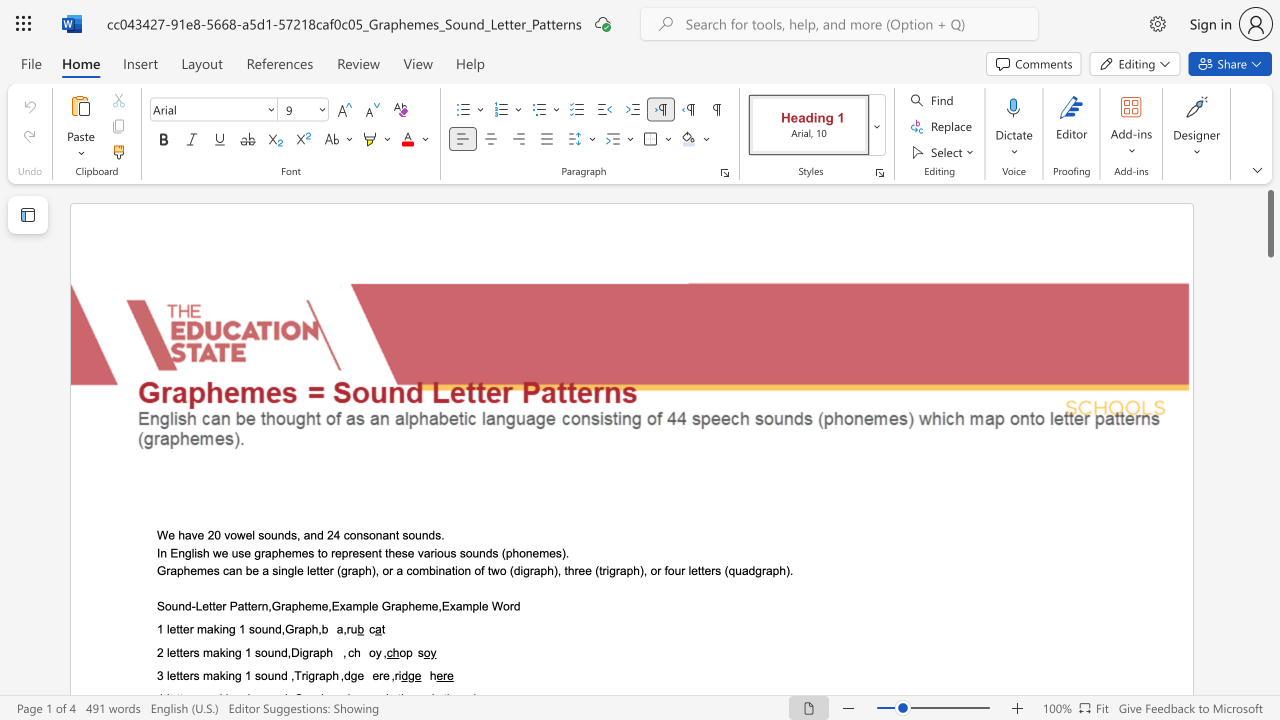 This screenshot has height=720, width=1280. What do you see at coordinates (1269, 318) in the screenshot?
I see `the scrollbar on the side` at bounding box center [1269, 318].